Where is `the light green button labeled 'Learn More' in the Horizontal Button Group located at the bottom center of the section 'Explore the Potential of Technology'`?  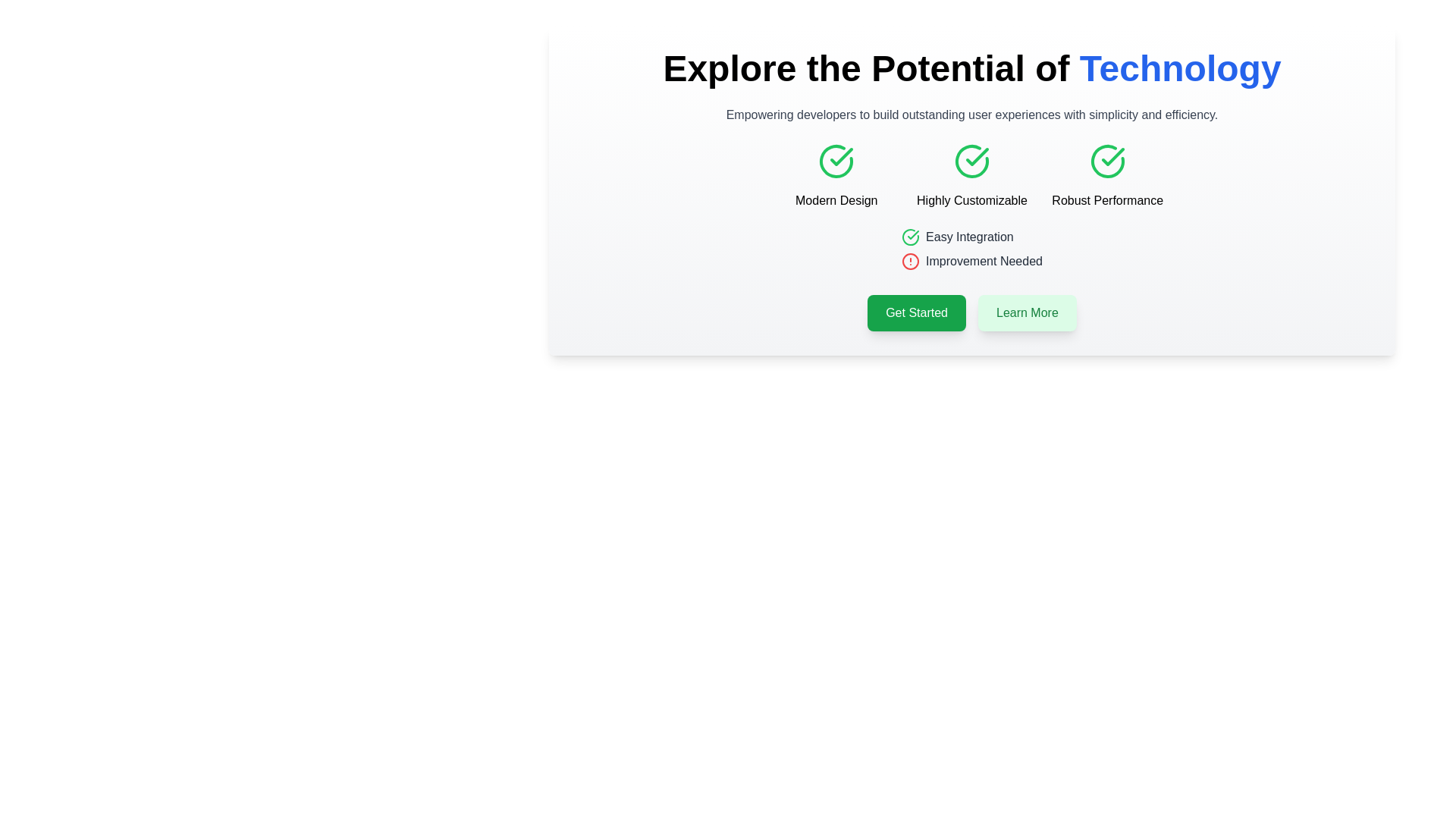
the light green button labeled 'Learn More' in the Horizontal Button Group located at the bottom center of the section 'Explore the Potential of Technology' is located at coordinates (971, 312).